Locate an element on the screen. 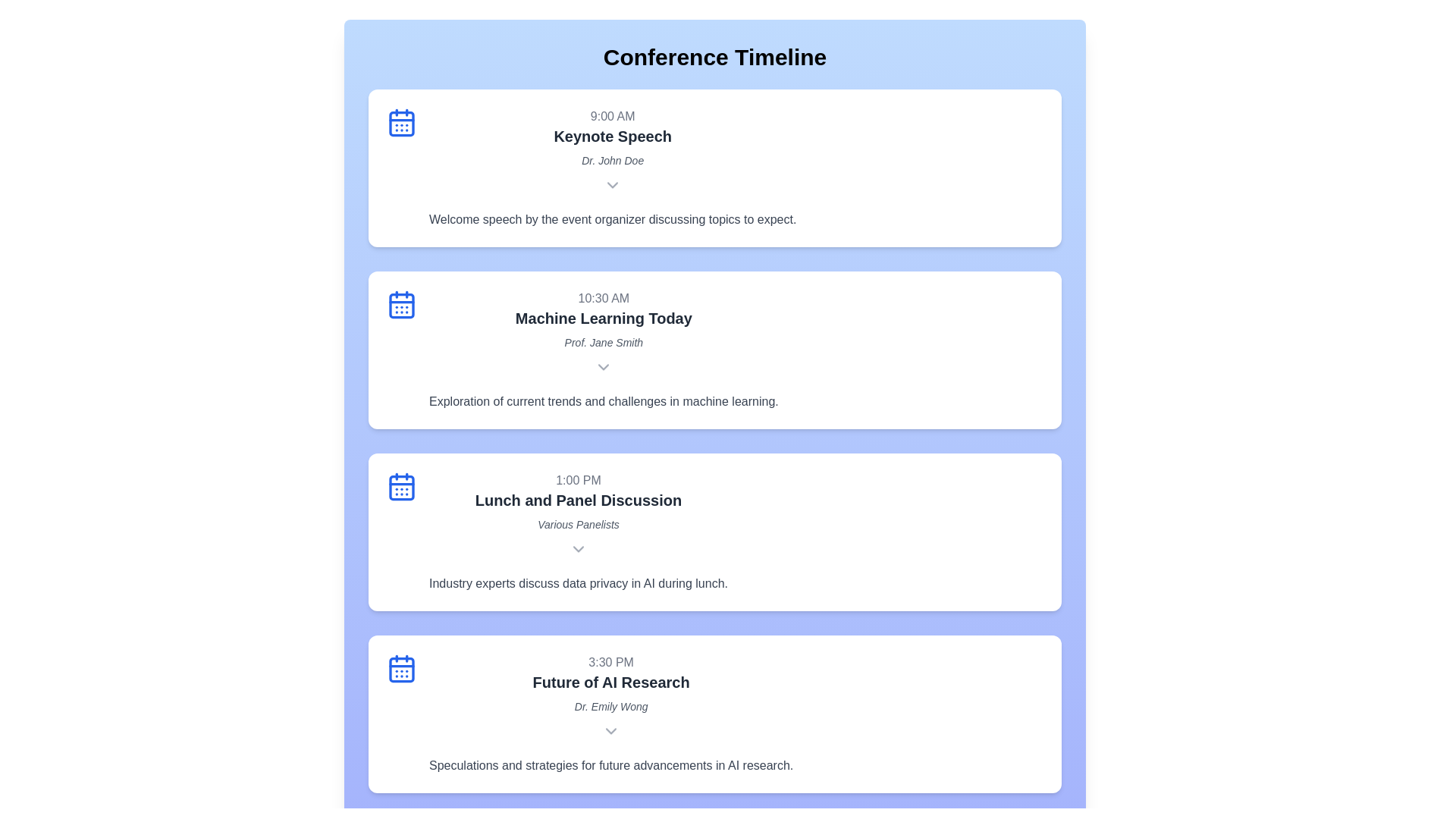 Image resolution: width=1456 pixels, height=819 pixels. the expandable content icon located within the 'Keynote Speech' conference event card, positioned below 'Dr. John Doe' and above the description text is located at coordinates (612, 186).